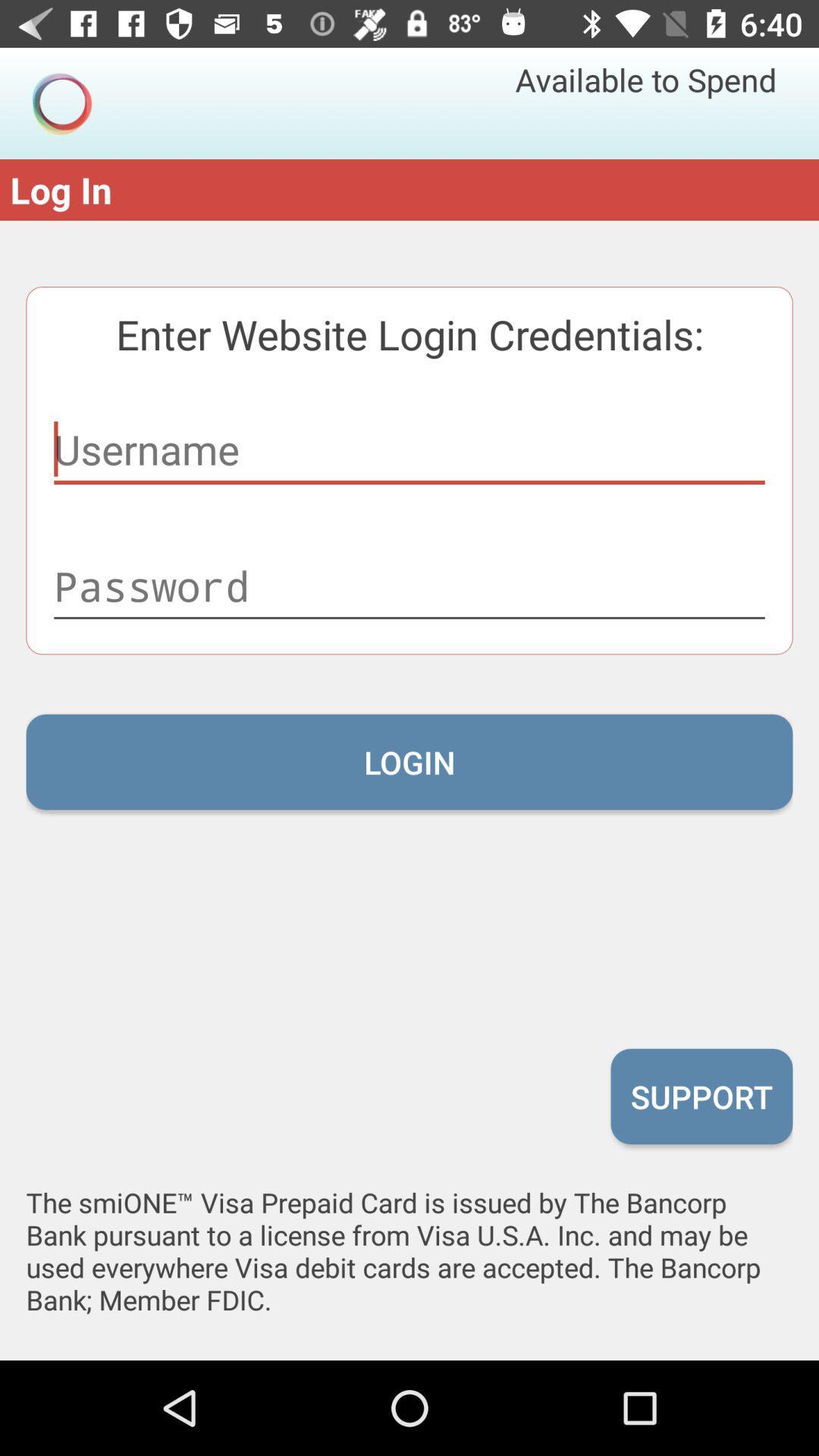 The image size is (819, 1456). I want to click on username of app to login, so click(409, 449).